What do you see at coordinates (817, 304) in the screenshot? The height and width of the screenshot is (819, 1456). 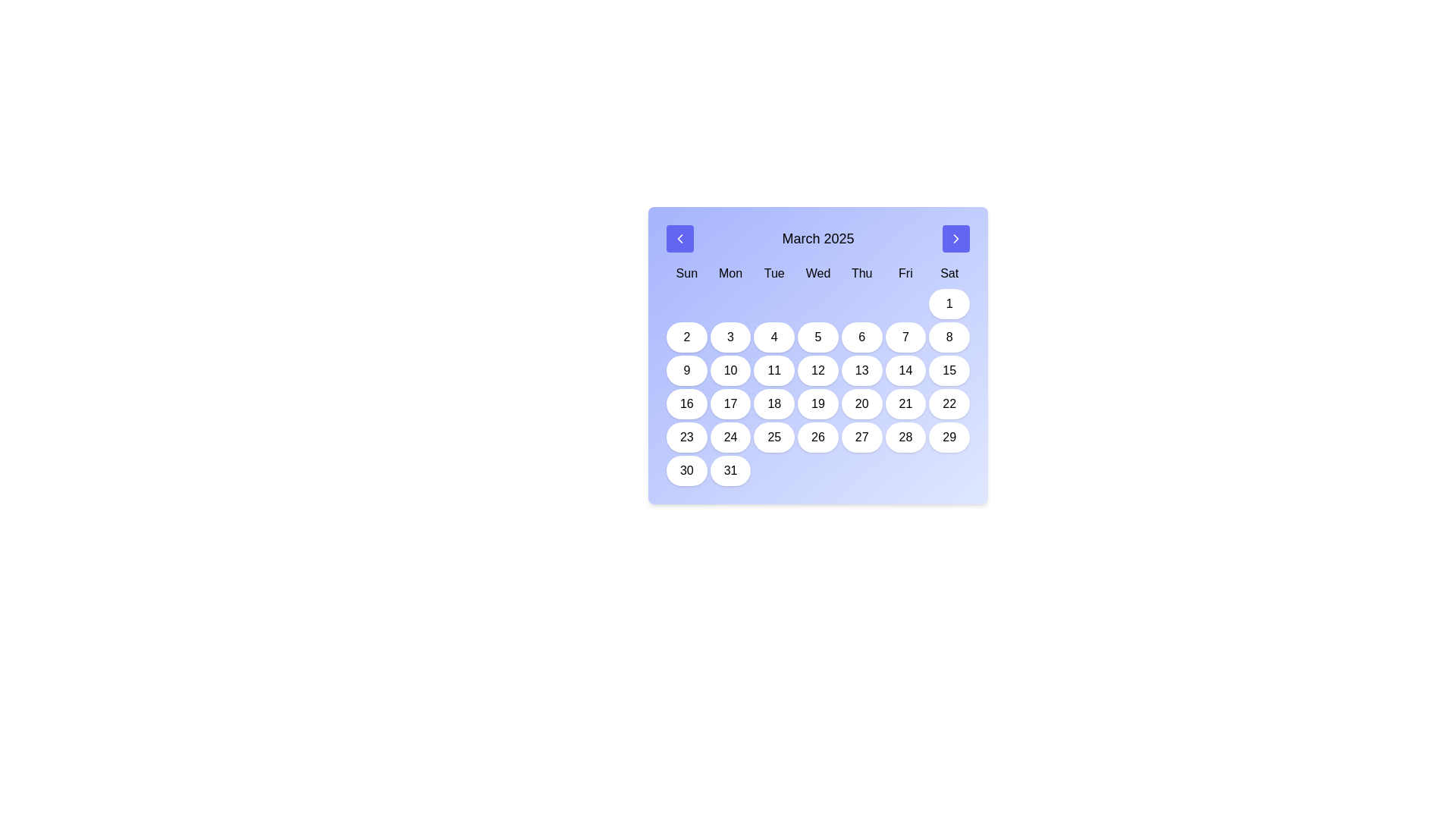 I see `the graphical indicator (dot marker) located in the calendar grid for Wednesday` at bounding box center [817, 304].